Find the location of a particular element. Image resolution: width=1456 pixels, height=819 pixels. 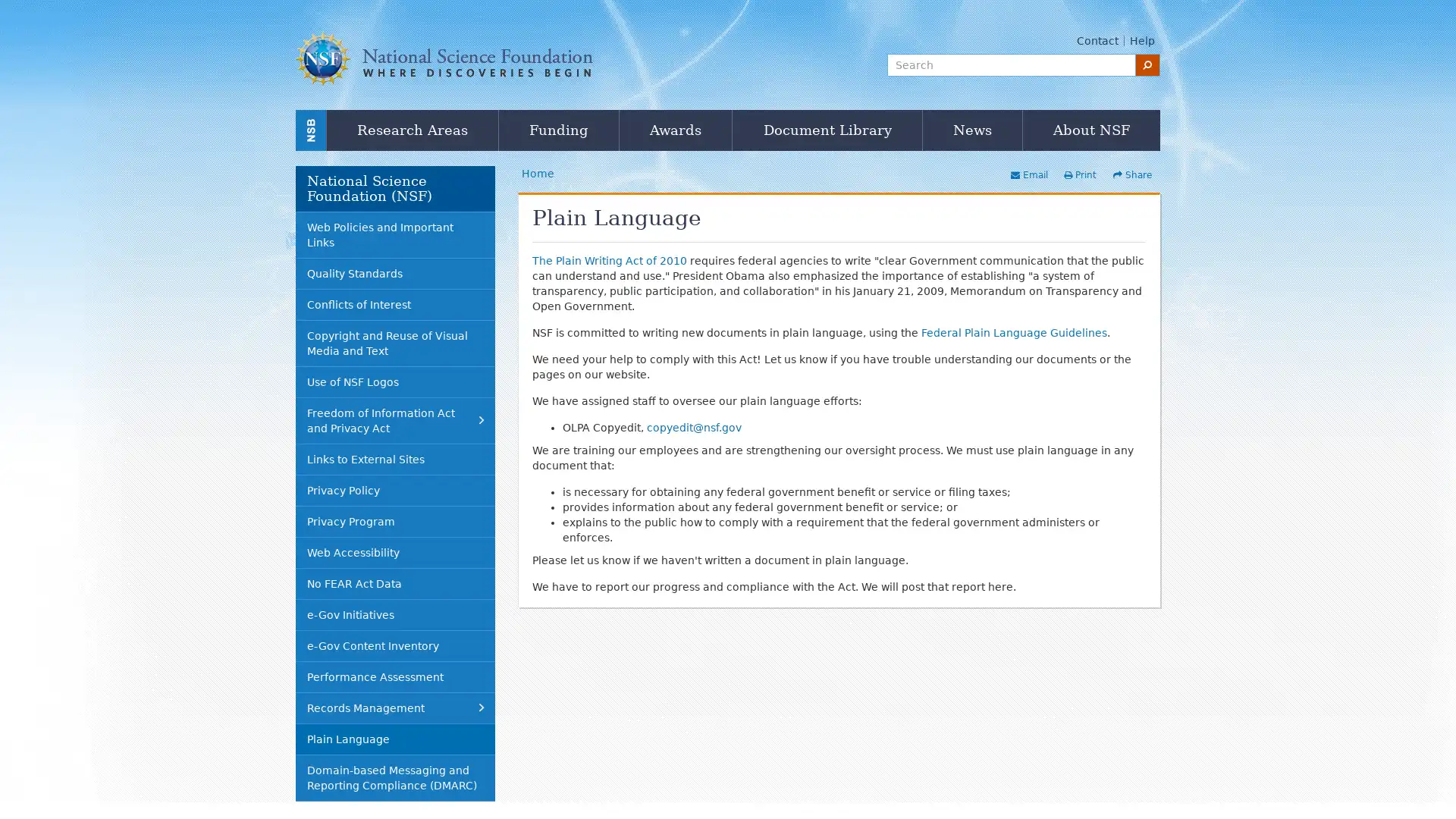

Print this page is located at coordinates (1078, 174).